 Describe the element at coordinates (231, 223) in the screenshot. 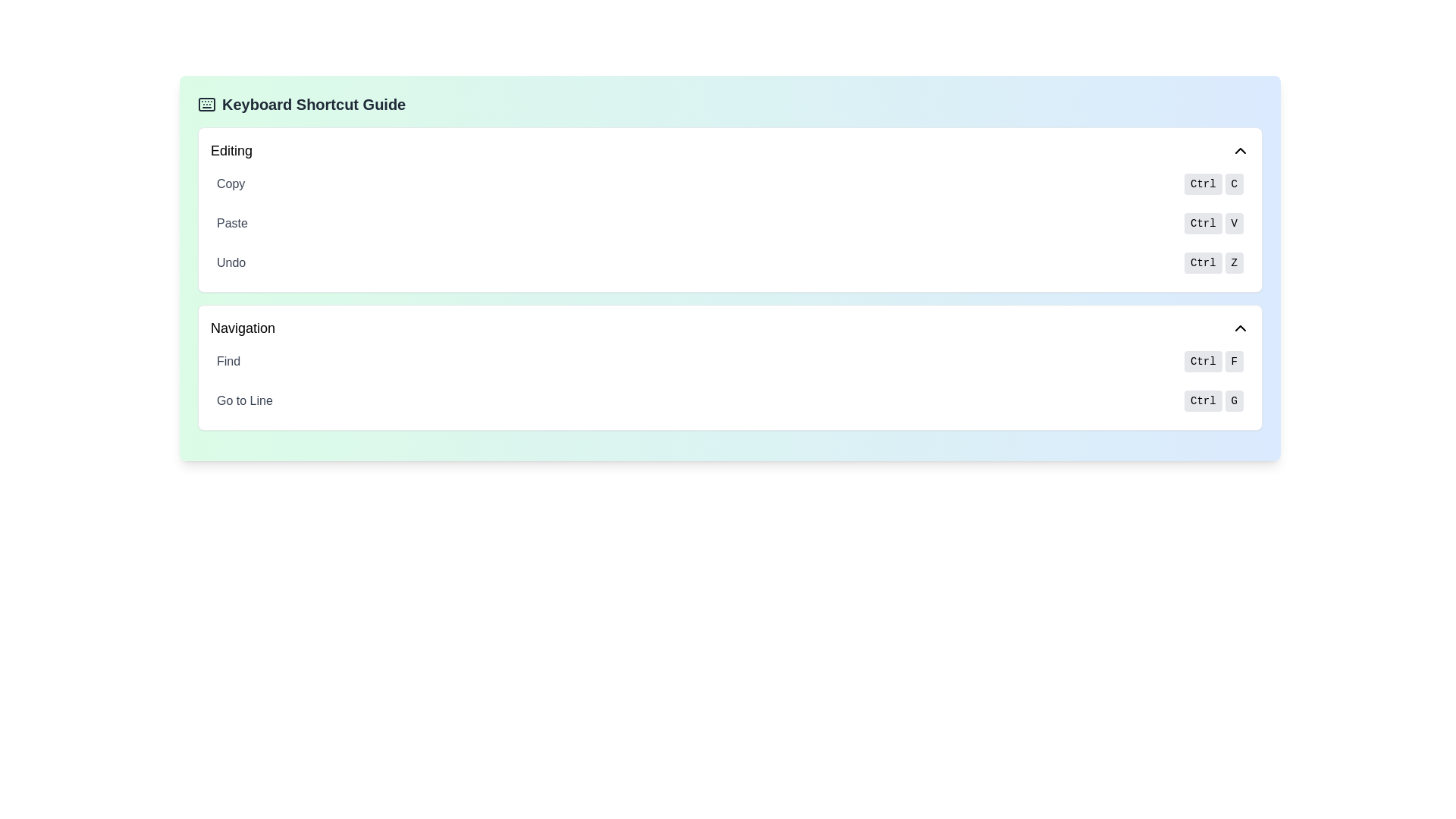

I see `text of the 'Paste' label in the Editing section, which indicates the action related to the keyboard shortcut 'Ctrl V'` at that location.